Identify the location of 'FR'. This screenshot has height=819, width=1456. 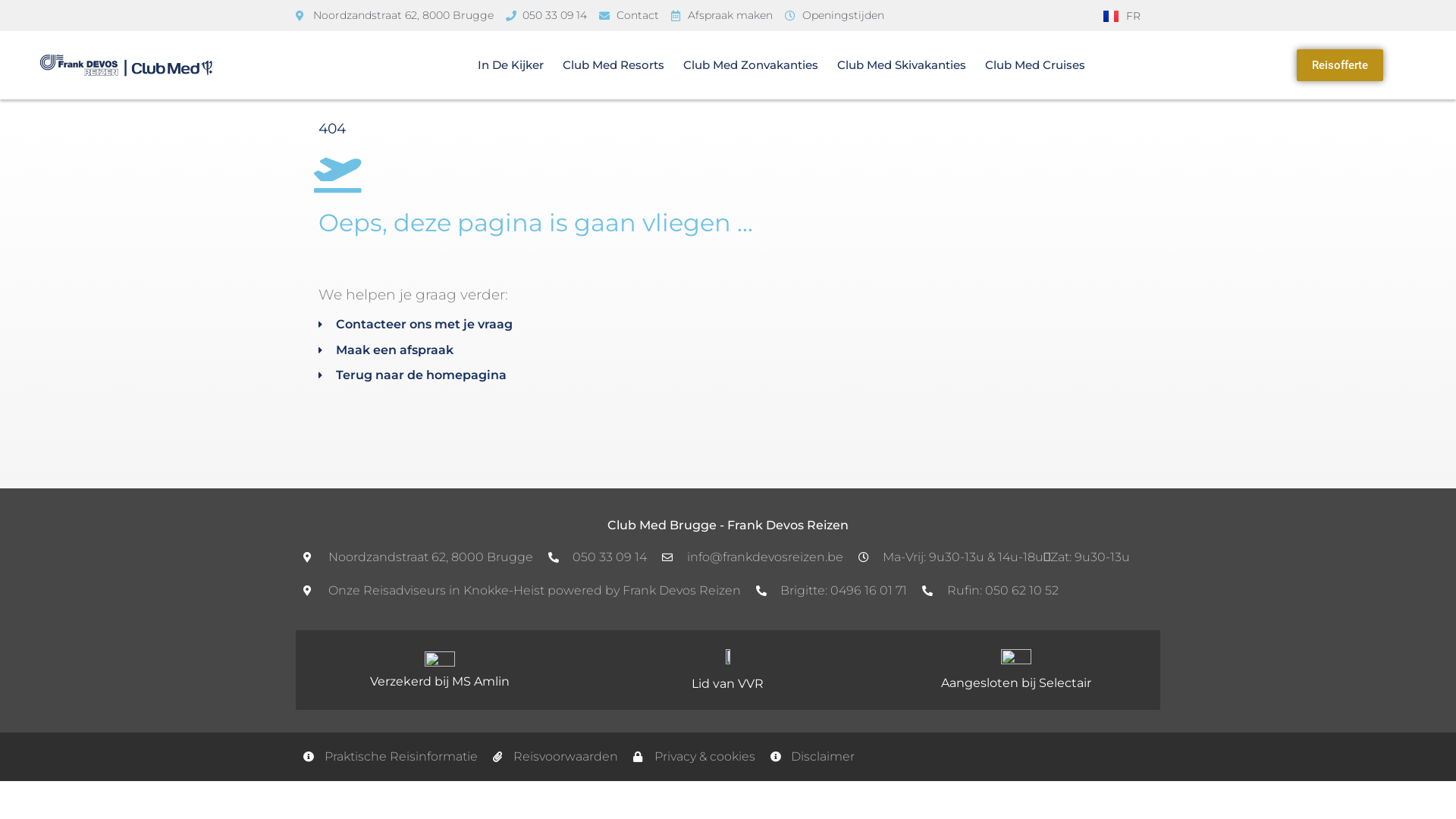
(1122, 15).